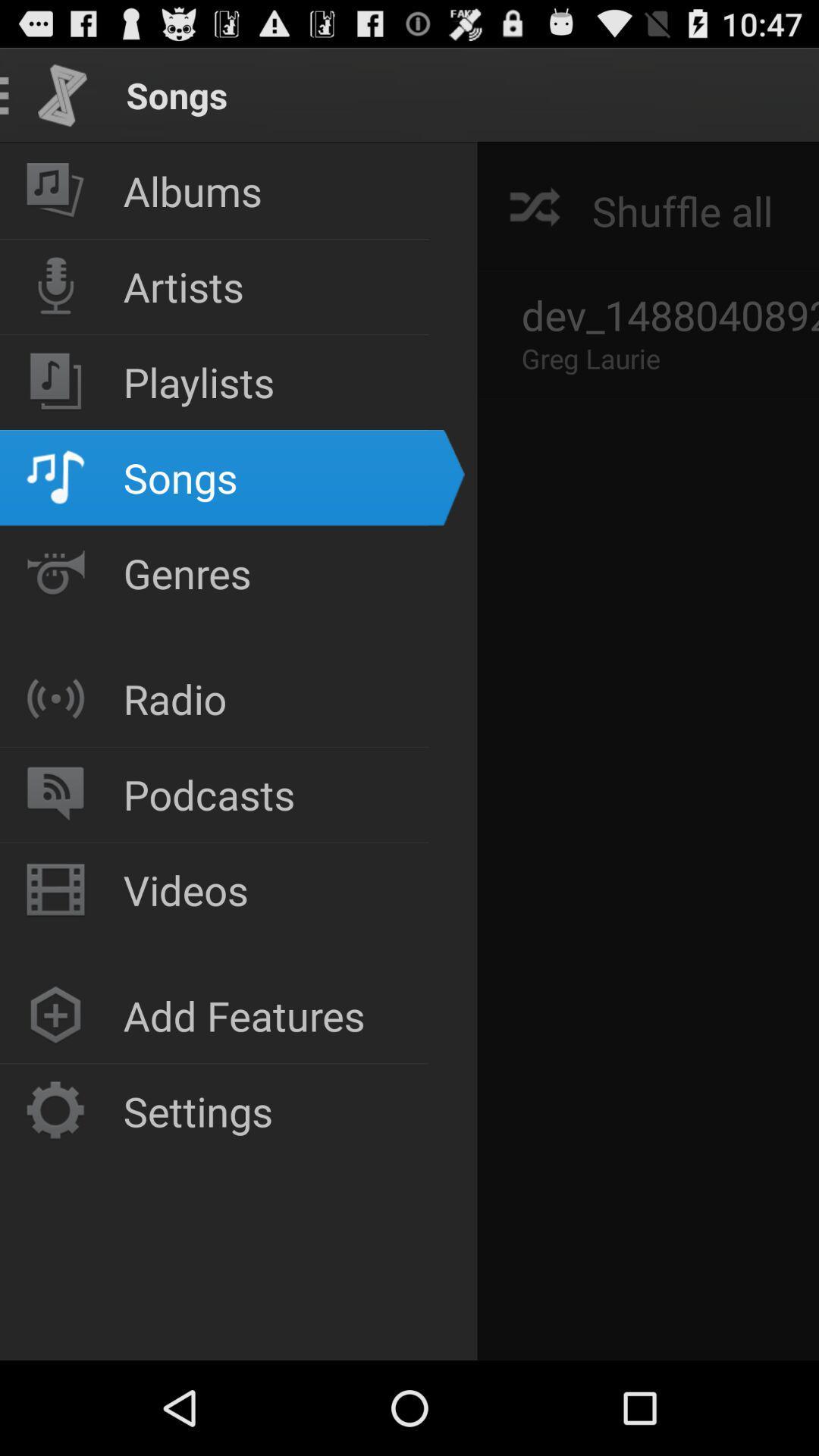 The image size is (819, 1456). I want to click on the  music icon, so click(55, 190).